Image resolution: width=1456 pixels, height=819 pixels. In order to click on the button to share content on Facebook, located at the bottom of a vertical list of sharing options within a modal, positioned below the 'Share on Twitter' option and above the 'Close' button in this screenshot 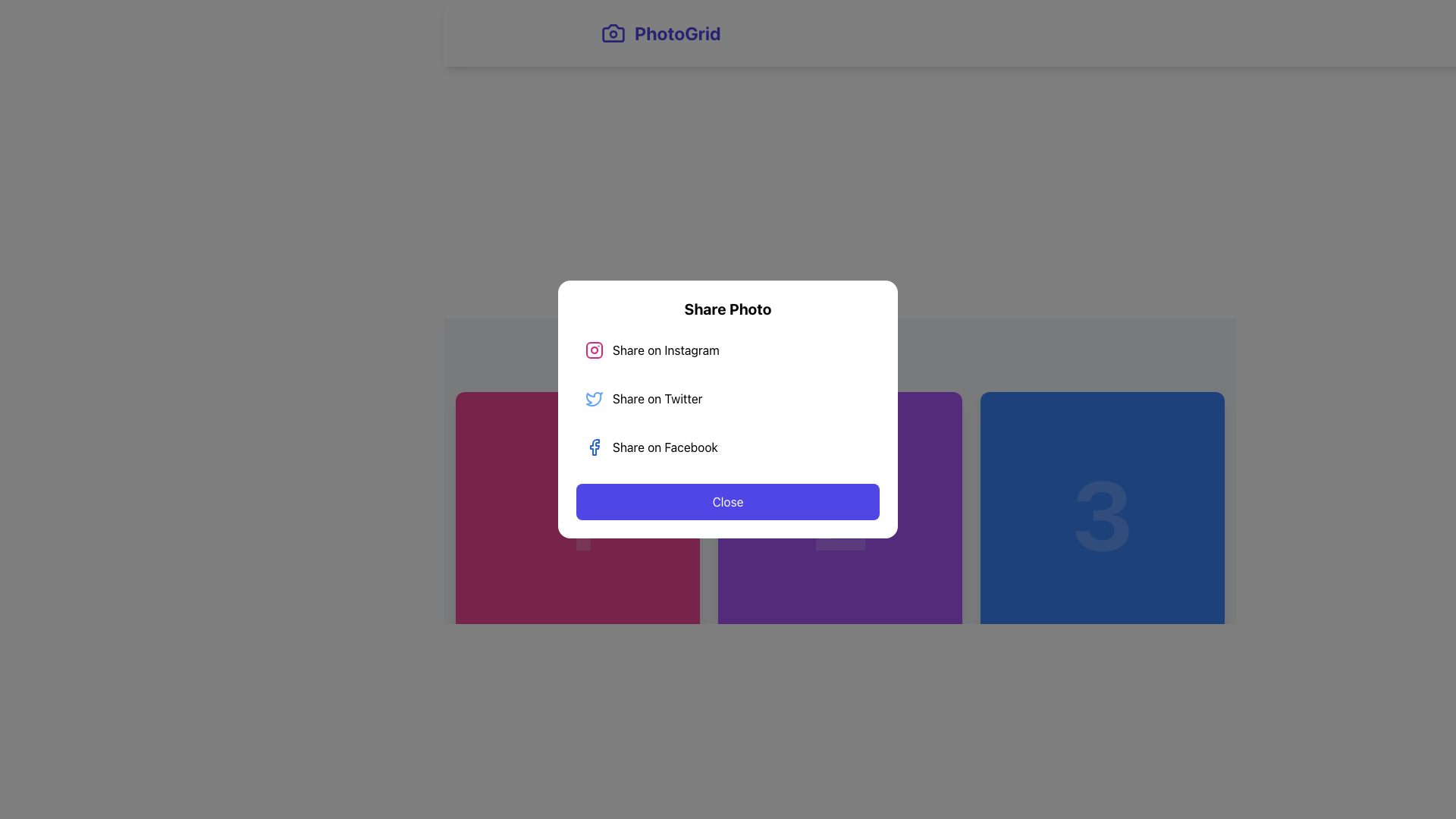, I will do `click(728, 447)`.